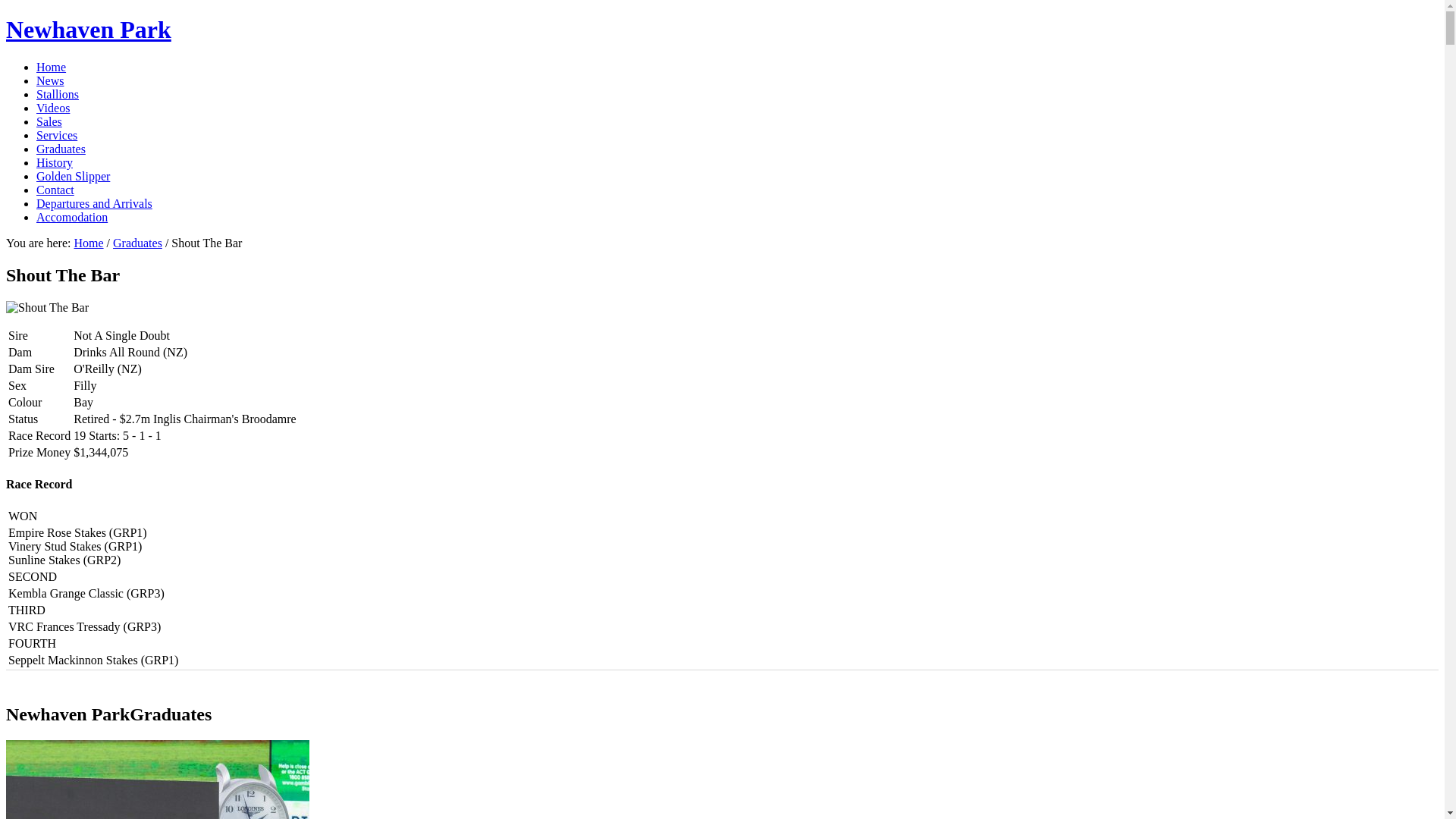 This screenshot has height=819, width=1456. I want to click on 'Graduates', so click(61, 149).